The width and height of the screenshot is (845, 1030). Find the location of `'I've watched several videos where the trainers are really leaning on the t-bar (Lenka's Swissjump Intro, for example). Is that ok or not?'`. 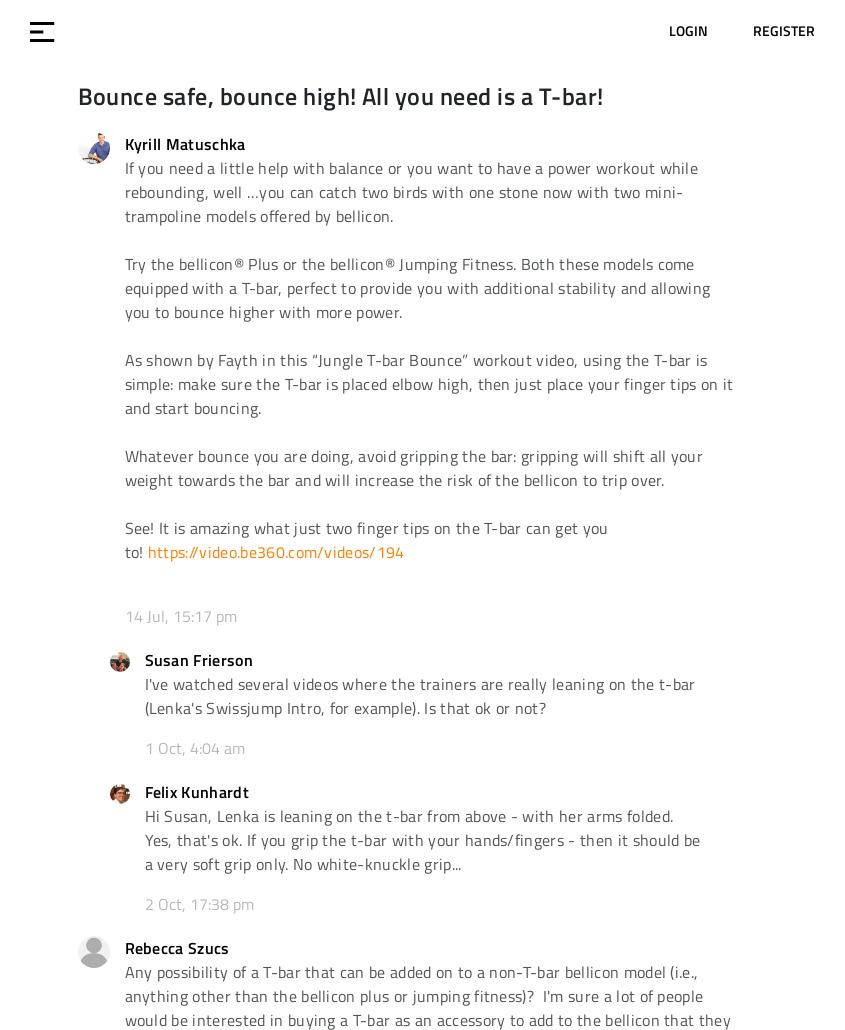

'I've watched several videos where the trainers are really leaning on the t-bar (Lenka's Swissjump Intro, for example). Is that ok or not?' is located at coordinates (418, 695).